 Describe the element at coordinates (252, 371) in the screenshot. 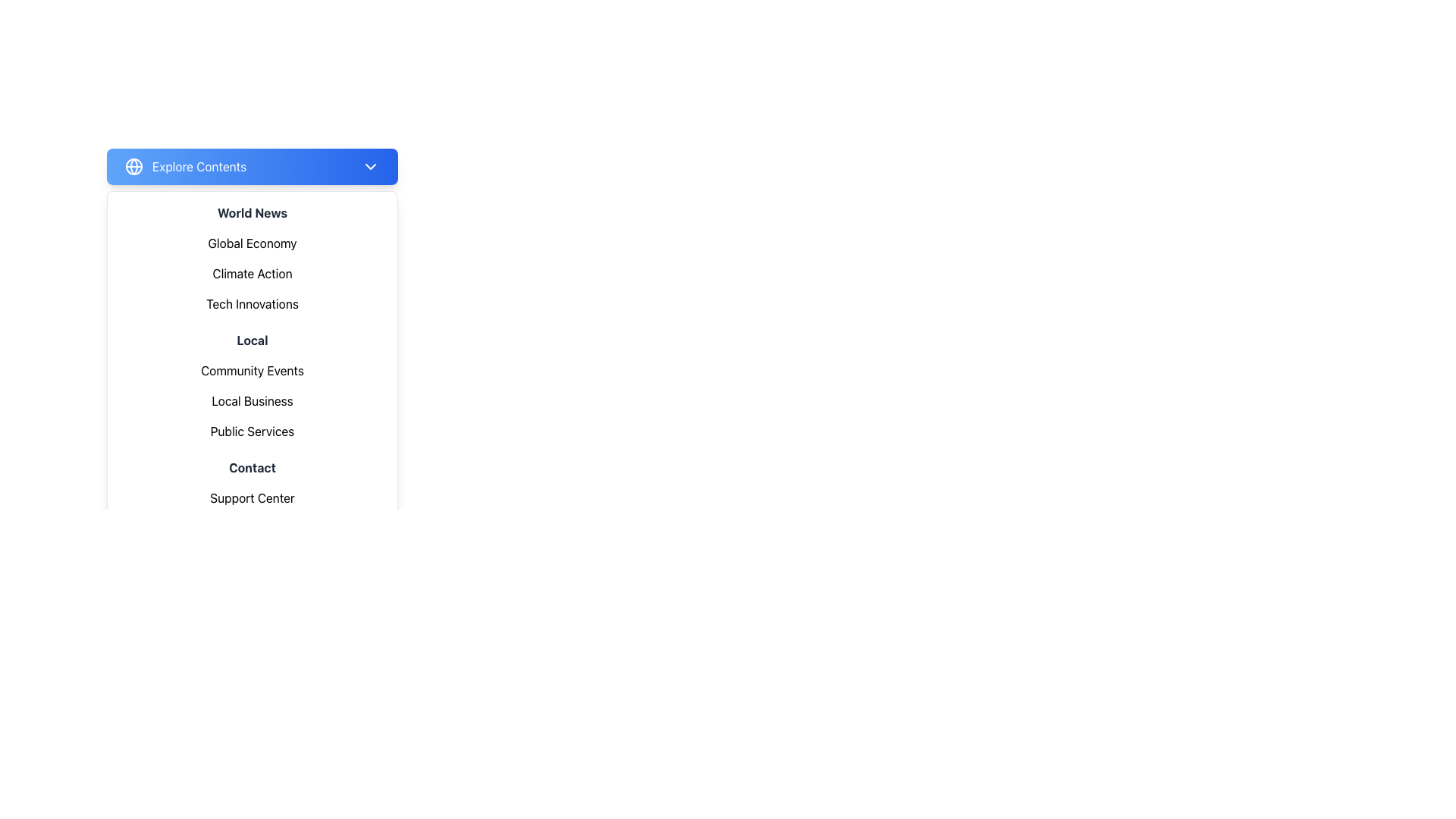

I see `the 'Community Events' text label navigational item` at that location.